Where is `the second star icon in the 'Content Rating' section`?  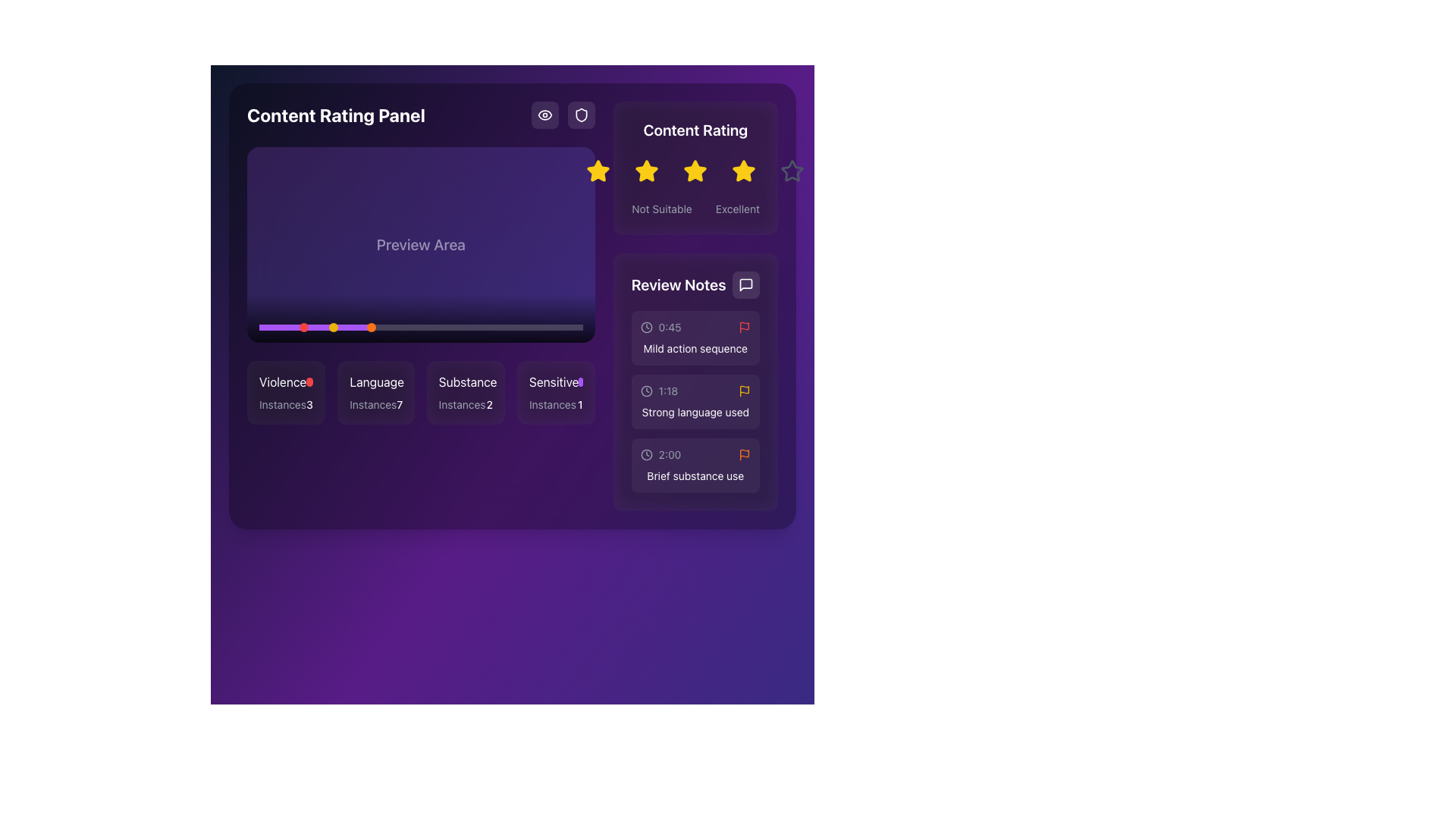
the second star icon in the 'Content Rating' section is located at coordinates (647, 171).